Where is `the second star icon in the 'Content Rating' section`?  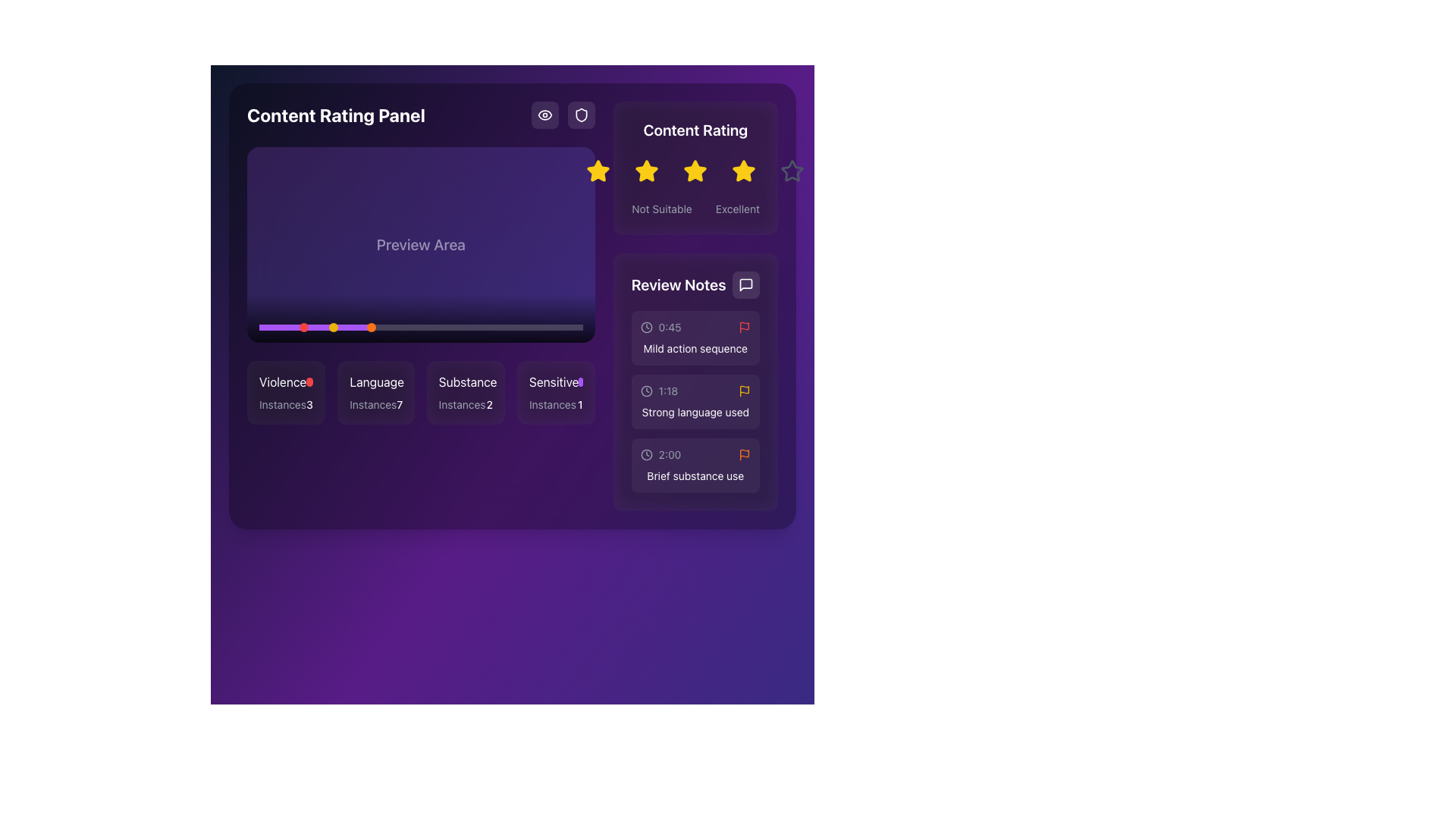
the second star icon in the 'Content Rating' section is located at coordinates (647, 171).